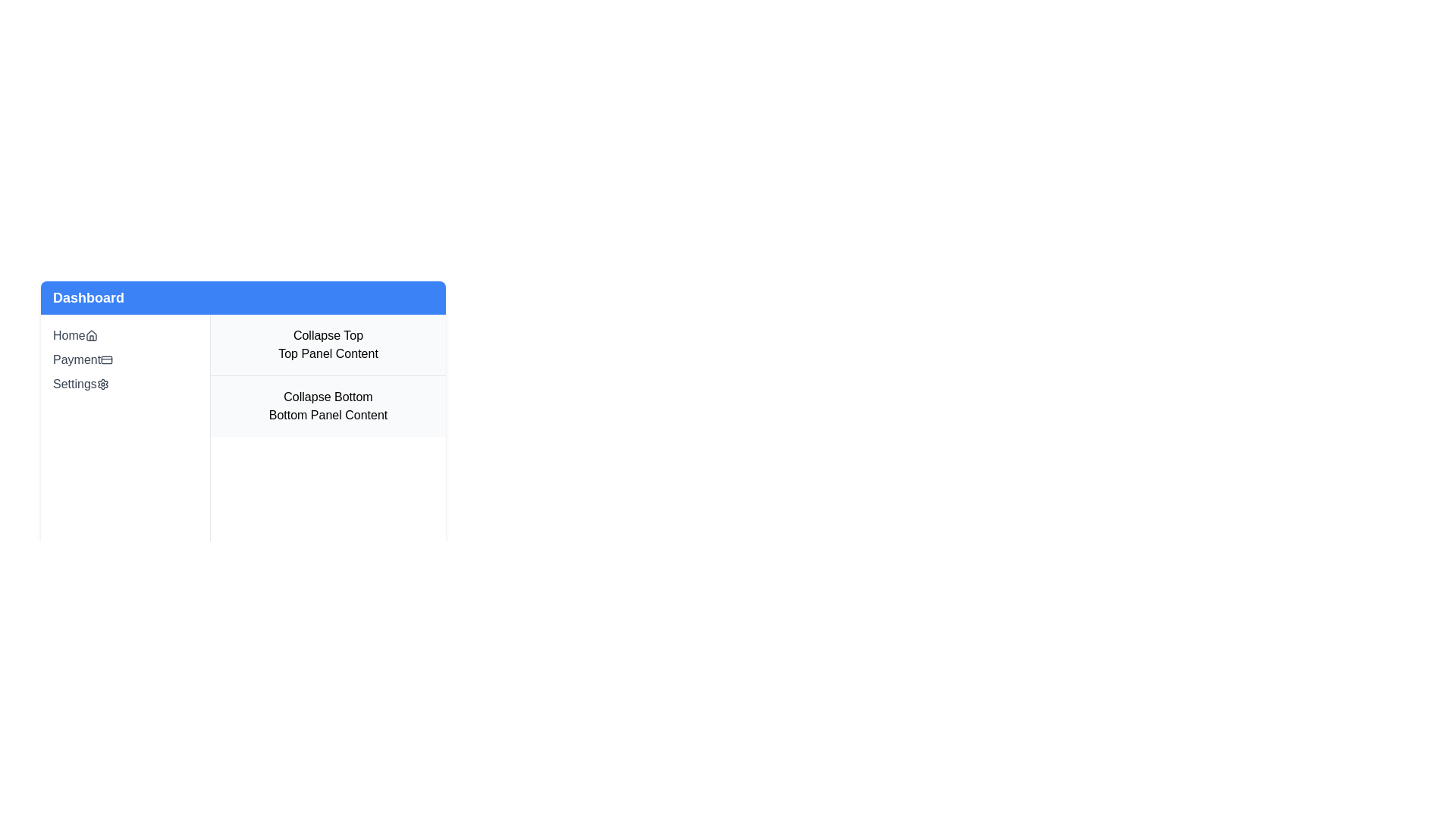  I want to click on the 'Collapse Top' text in the Collapsible panel header, so click(327, 345).